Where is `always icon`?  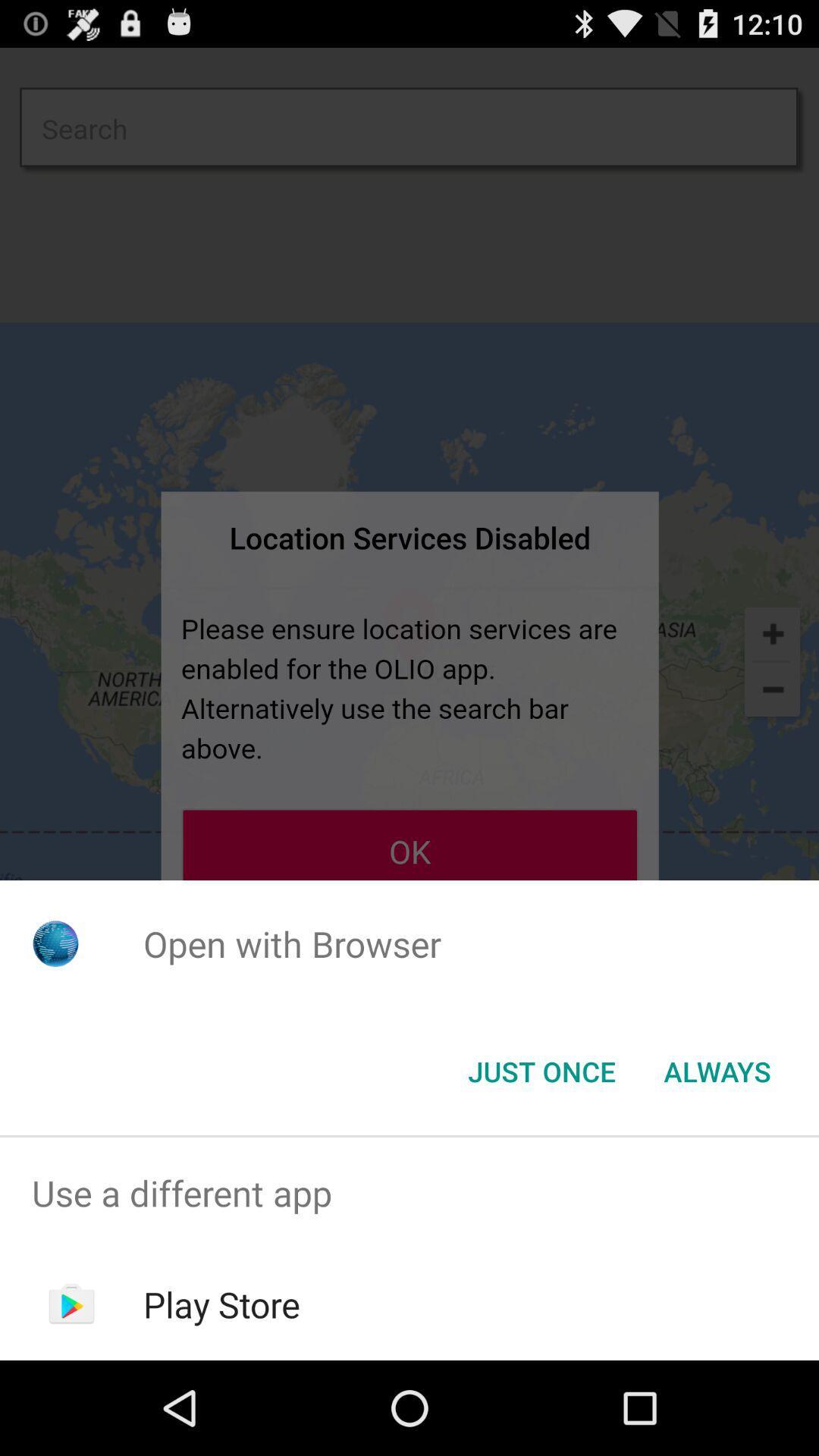 always icon is located at coordinates (717, 1070).